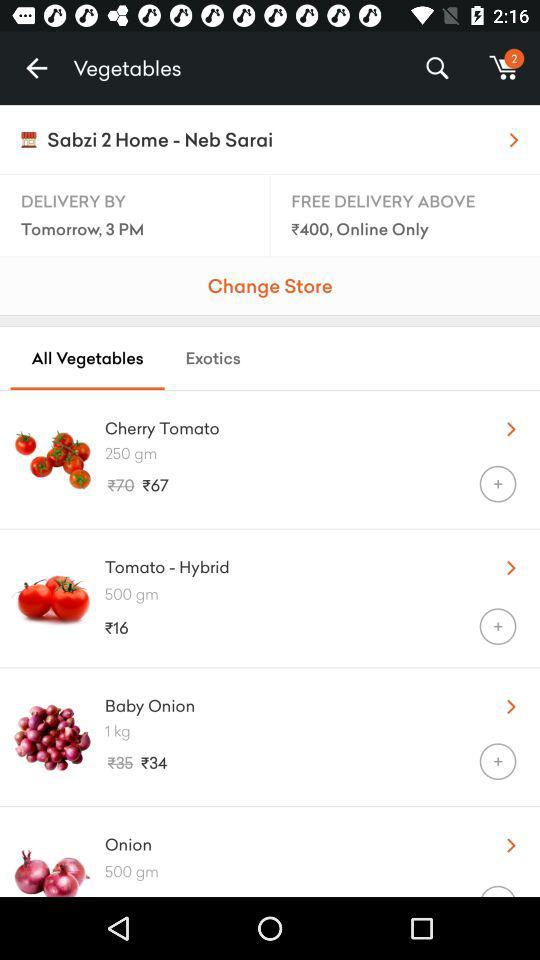  What do you see at coordinates (36, 68) in the screenshot?
I see `icon next to vegetables item` at bounding box center [36, 68].